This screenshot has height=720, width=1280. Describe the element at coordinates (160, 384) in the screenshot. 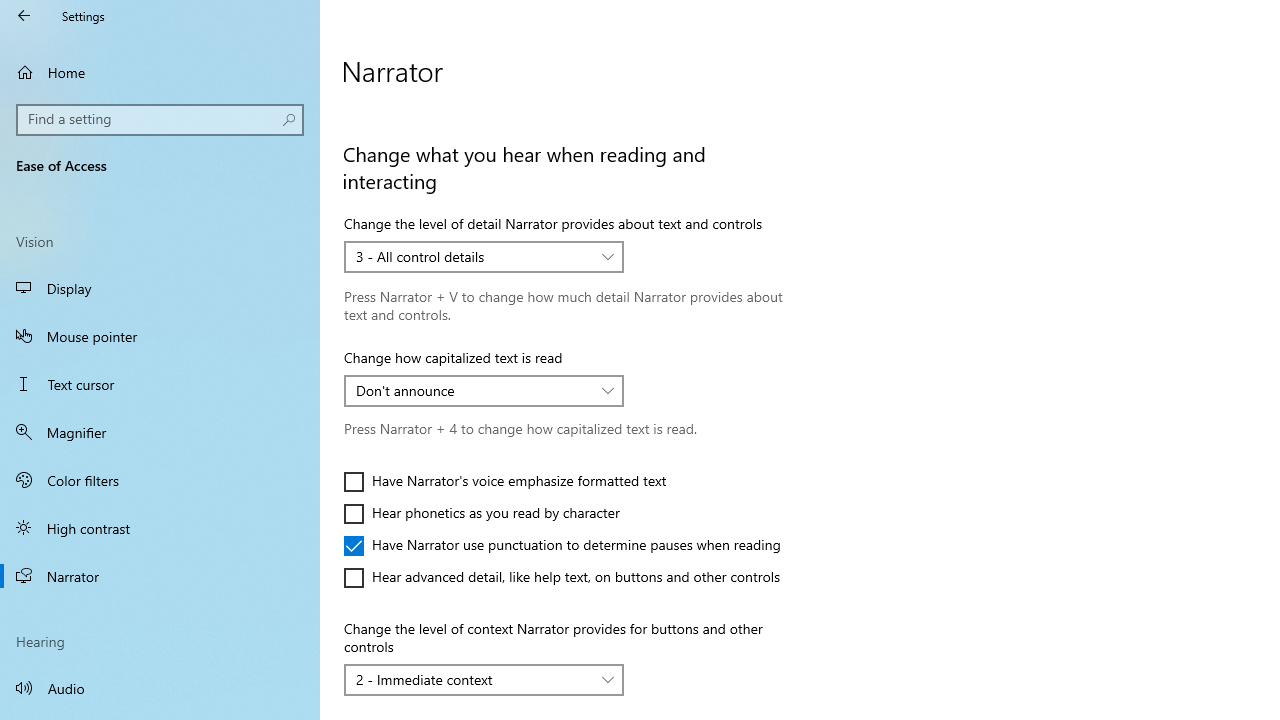

I see `'Text cursor'` at that location.